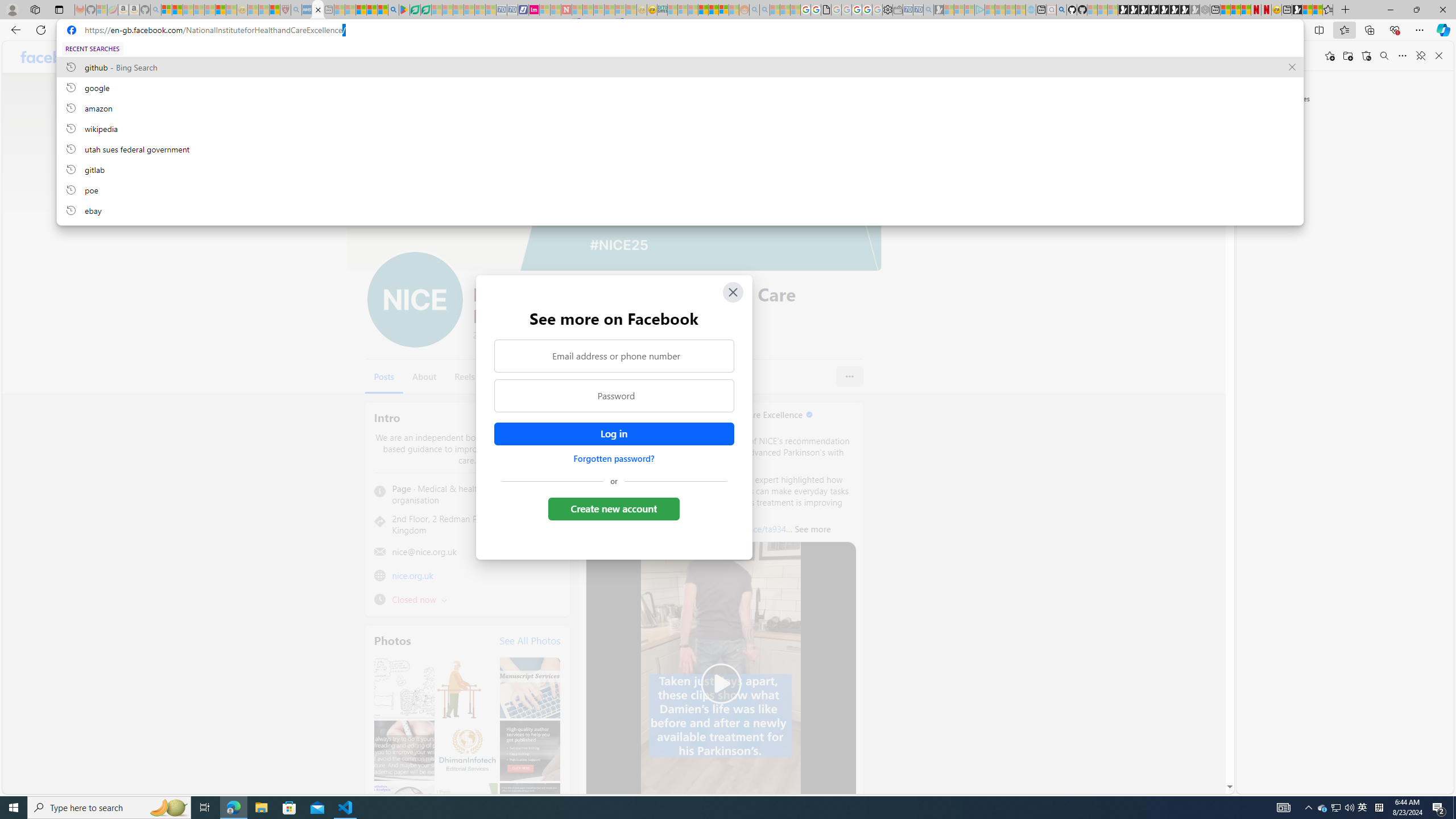 The height and width of the screenshot is (819, 1456). I want to click on 'Search favorites', so click(1384, 55).